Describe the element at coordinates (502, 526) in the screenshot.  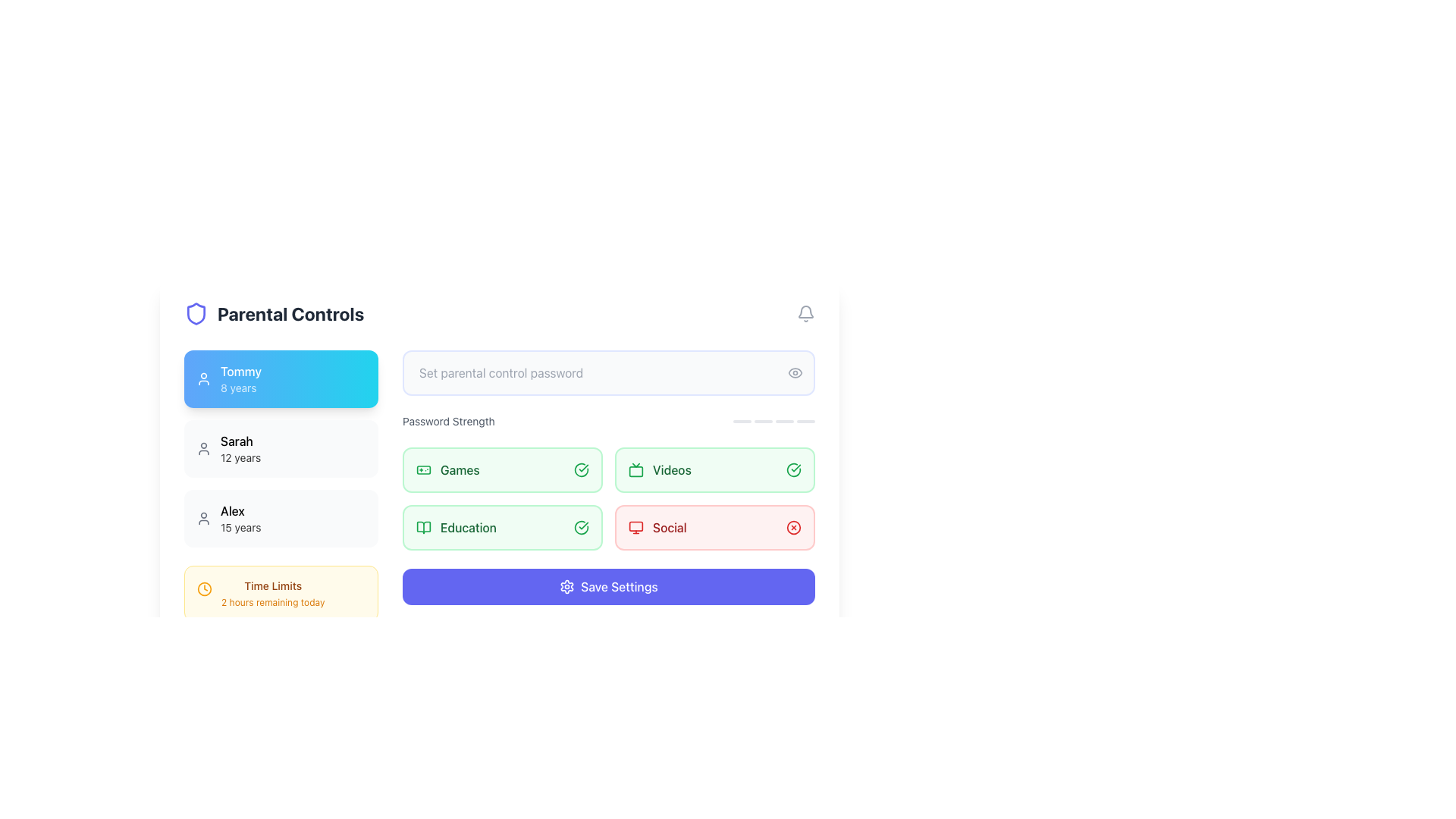
I see `the 'Education' category toggle button located in the second row and second column of the grid layout` at that location.